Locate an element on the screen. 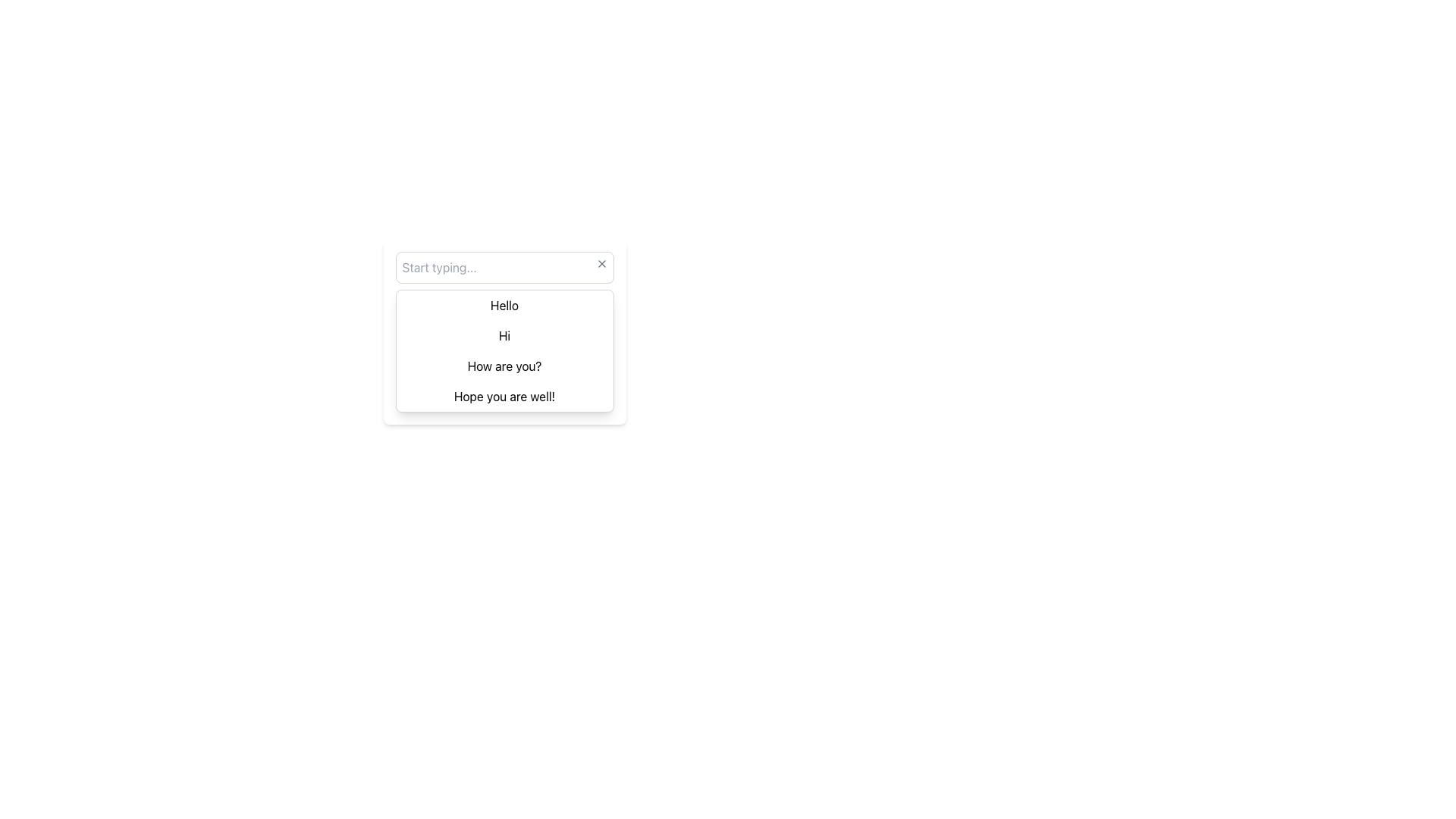  the first selectable item in the dropdown menu that displays the option 'Hello' is located at coordinates (504, 305).